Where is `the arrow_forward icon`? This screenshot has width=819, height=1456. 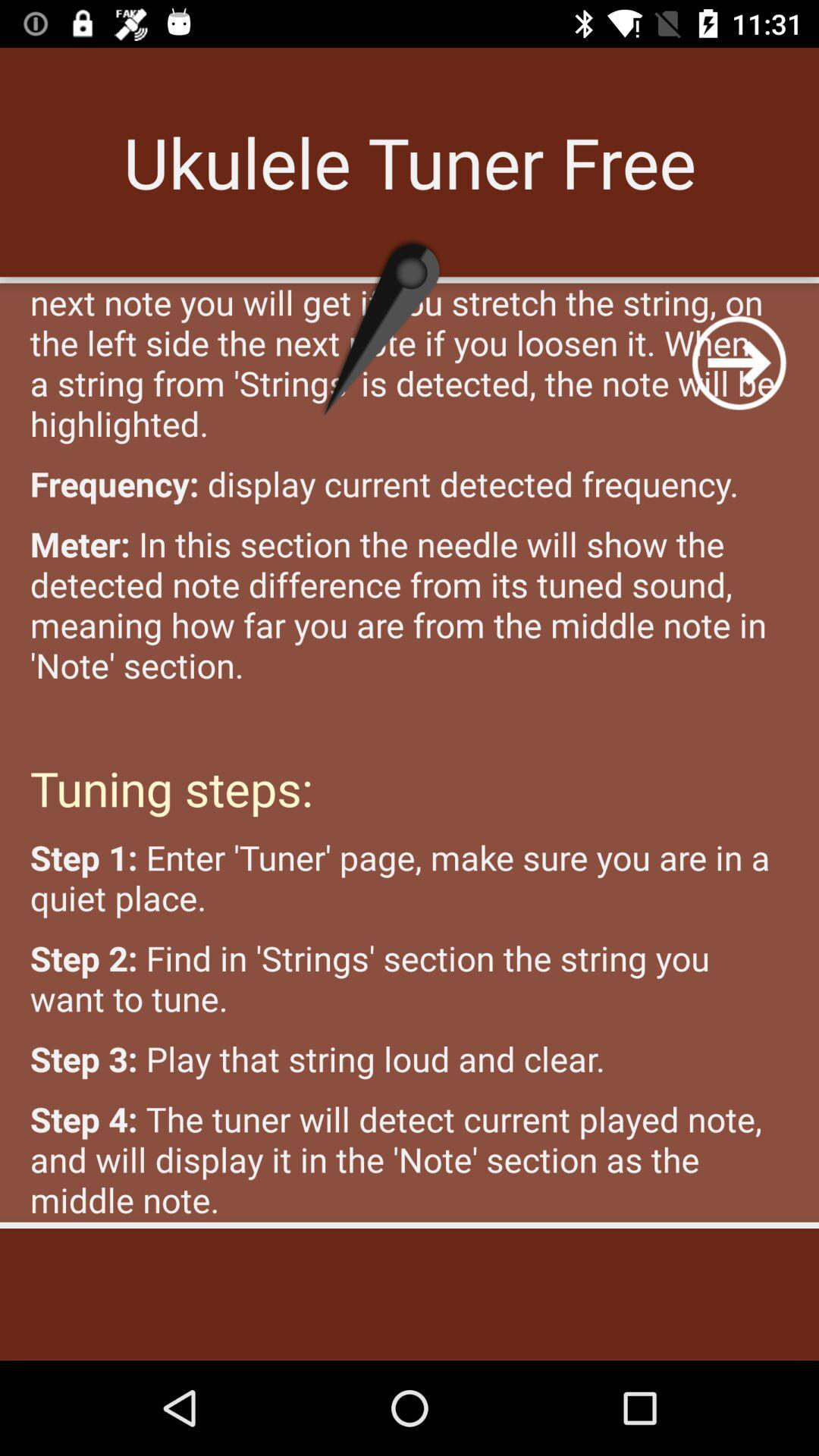 the arrow_forward icon is located at coordinates (738, 362).